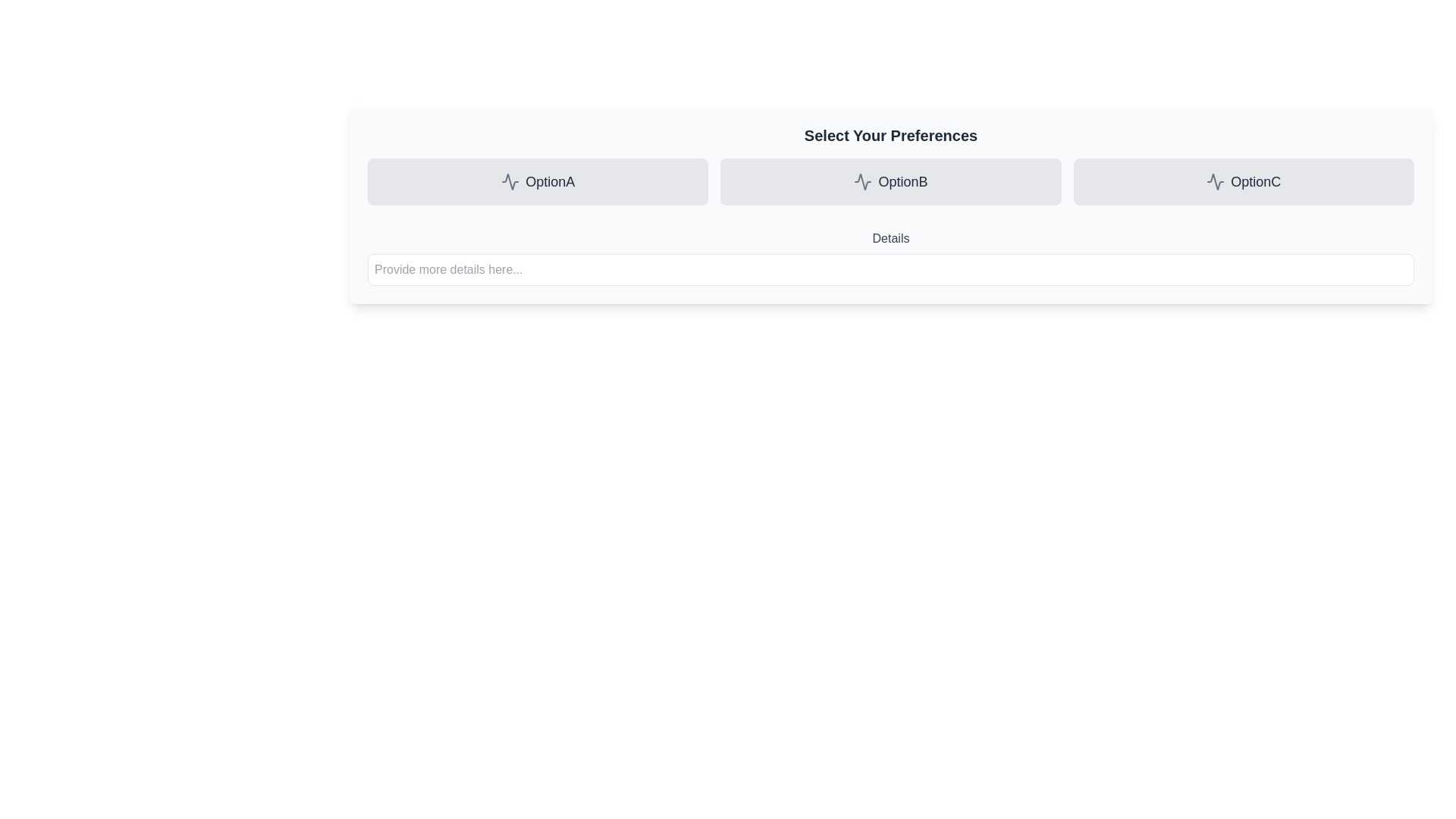  Describe the element at coordinates (510, 180) in the screenshot. I see `the SVG Icon that decorates the OptionA button, located near the left center of the button in the 'Select Your Preferences' horizontal selection bar` at that location.